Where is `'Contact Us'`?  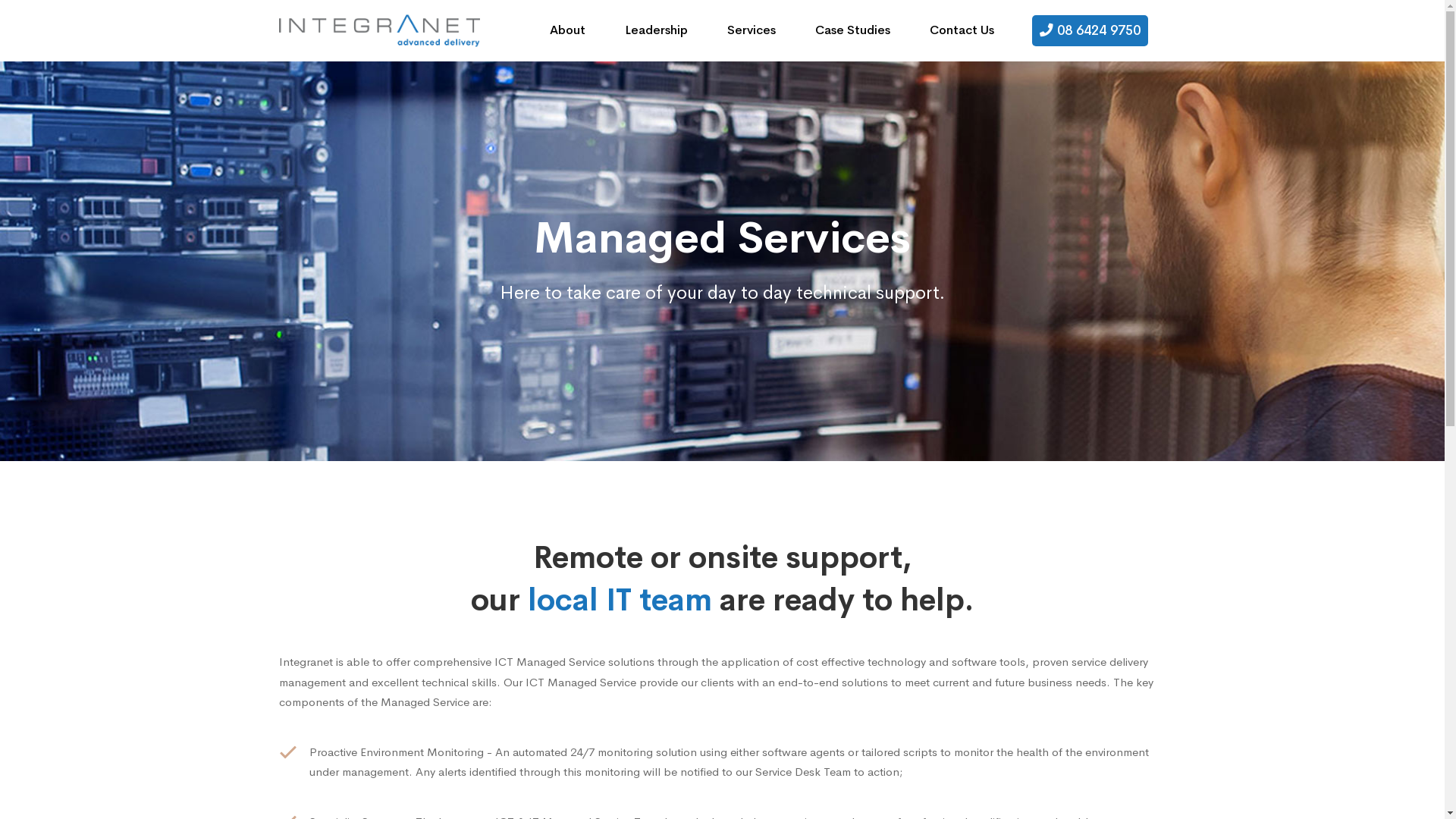
'Contact Us' is located at coordinates (961, 30).